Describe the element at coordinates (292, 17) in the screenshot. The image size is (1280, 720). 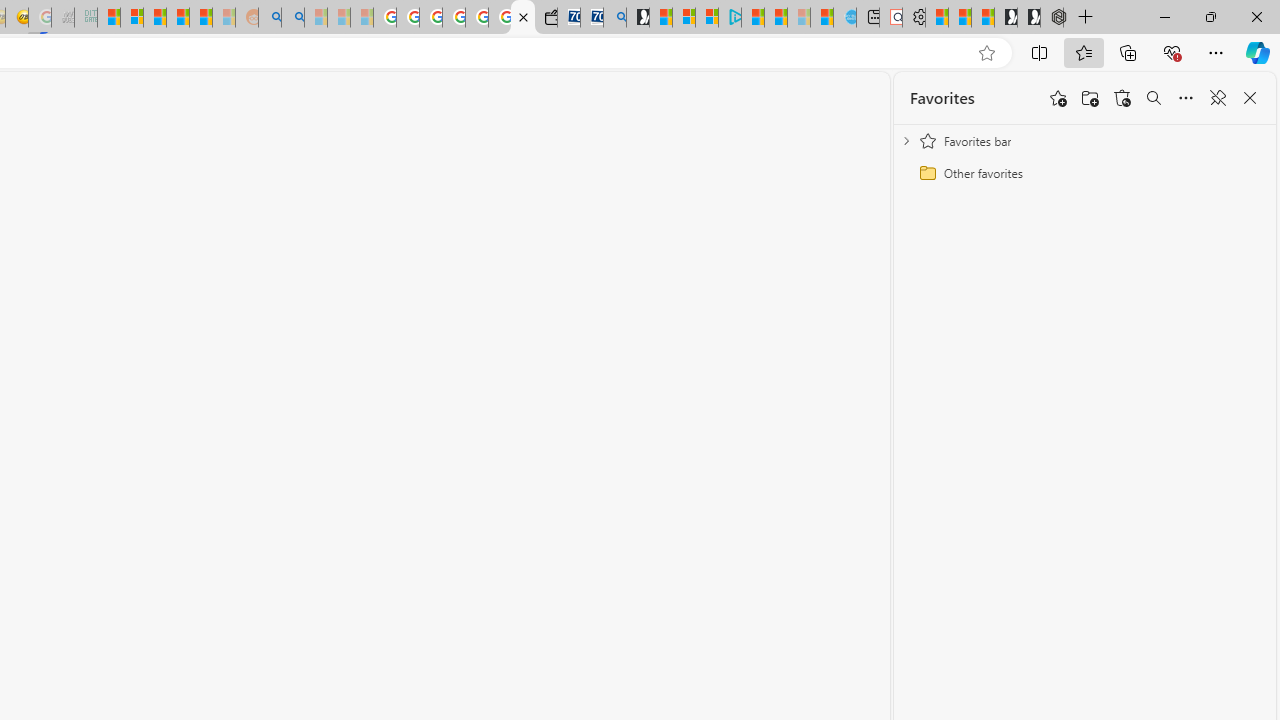
I see `'Utah sues federal government - Search'` at that location.